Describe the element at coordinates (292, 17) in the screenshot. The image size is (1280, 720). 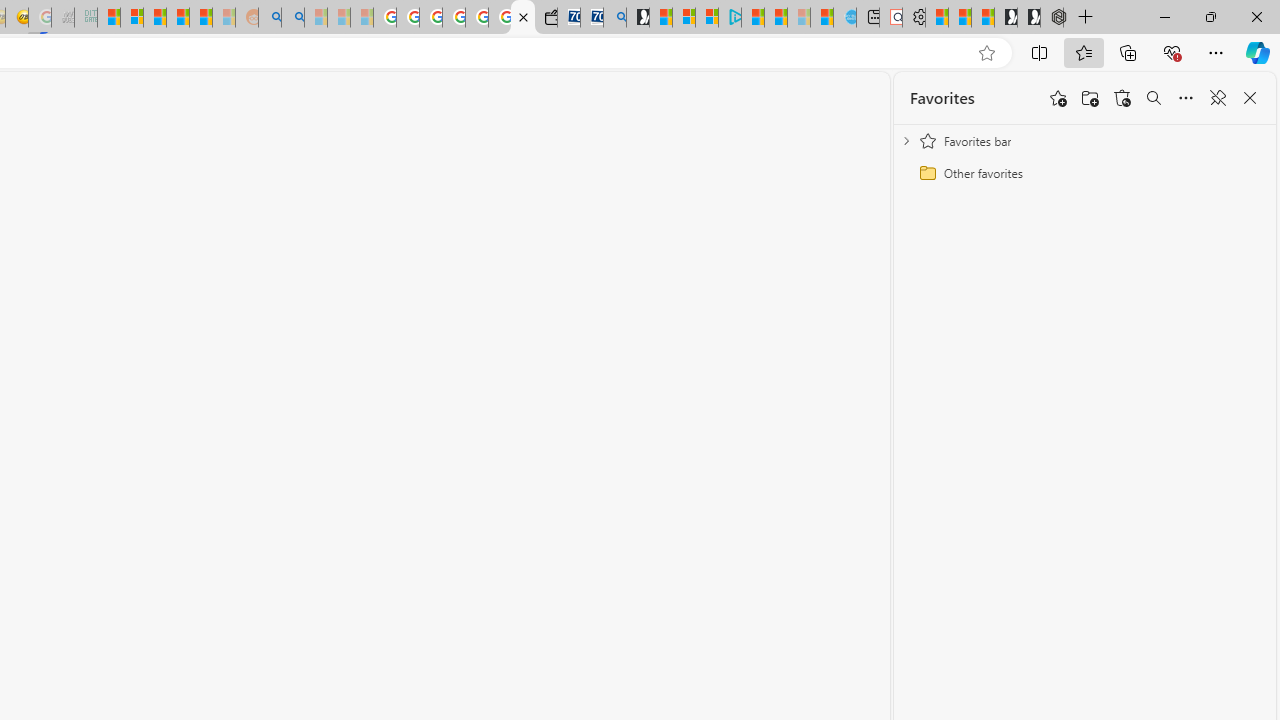
I see `'Utah sues federal government - Search'` at that location.